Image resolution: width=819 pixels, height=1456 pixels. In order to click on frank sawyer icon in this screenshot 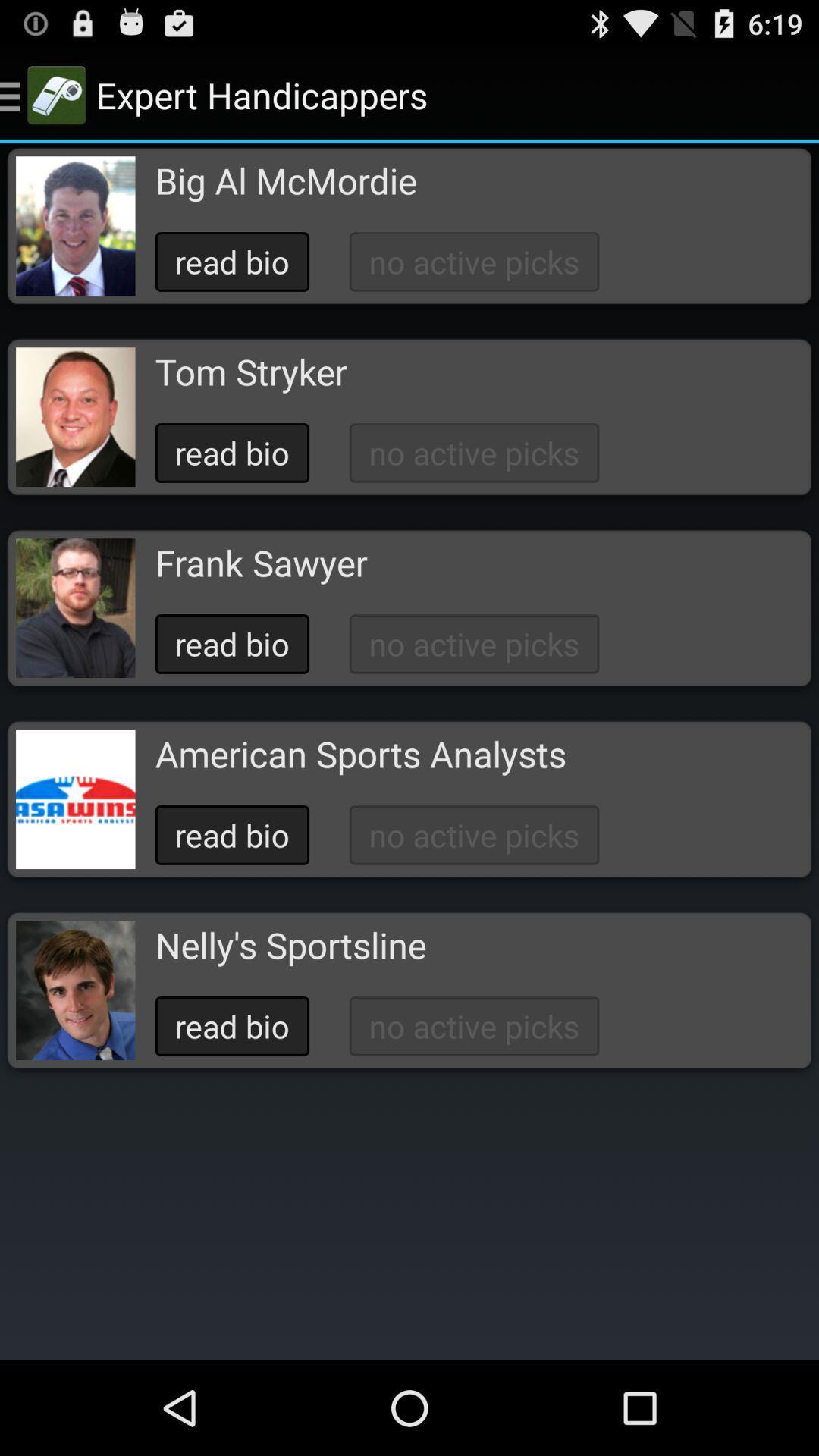, I will do `click(260, 562)`.